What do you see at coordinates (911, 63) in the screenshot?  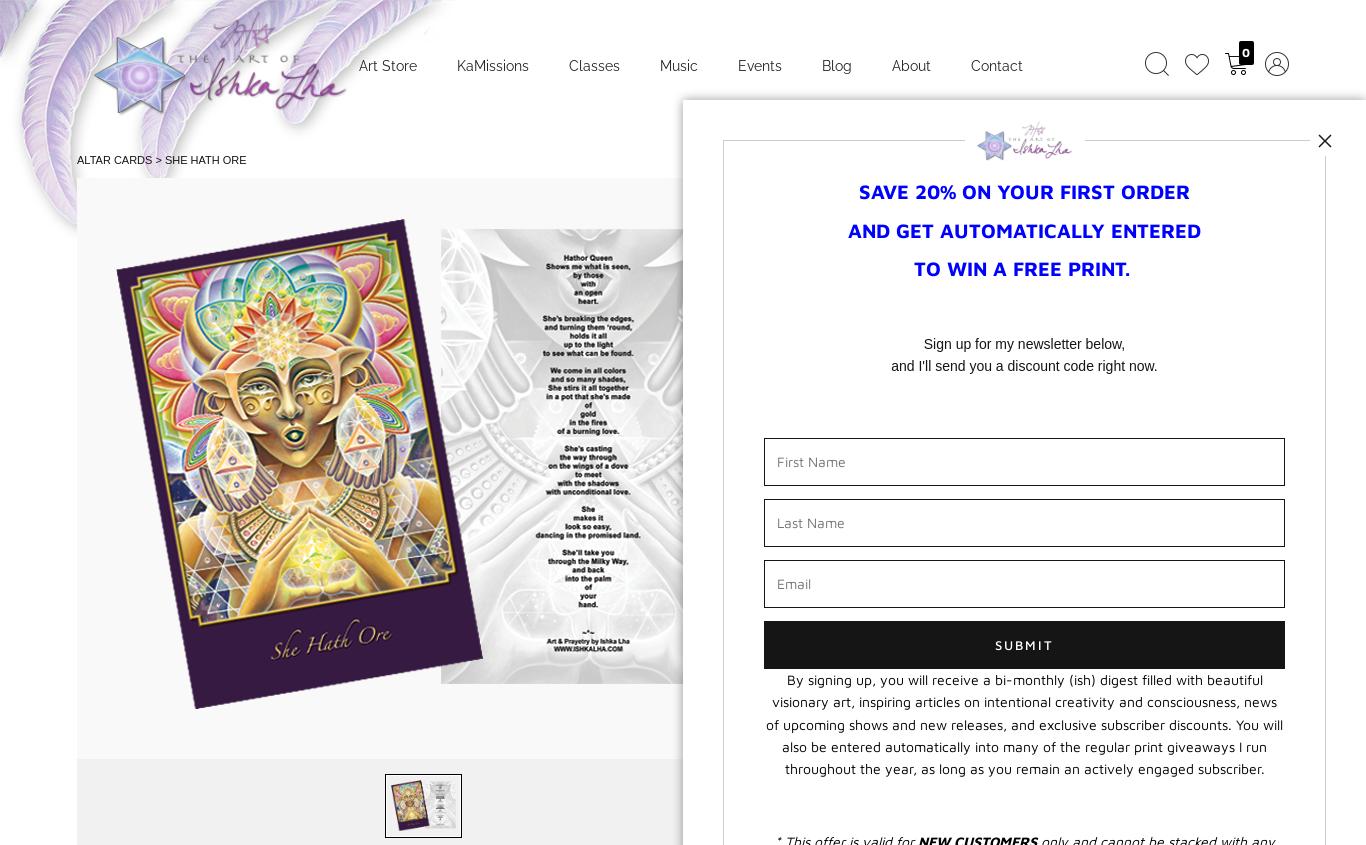 I see `'About'` at bounding box center [911, 63].